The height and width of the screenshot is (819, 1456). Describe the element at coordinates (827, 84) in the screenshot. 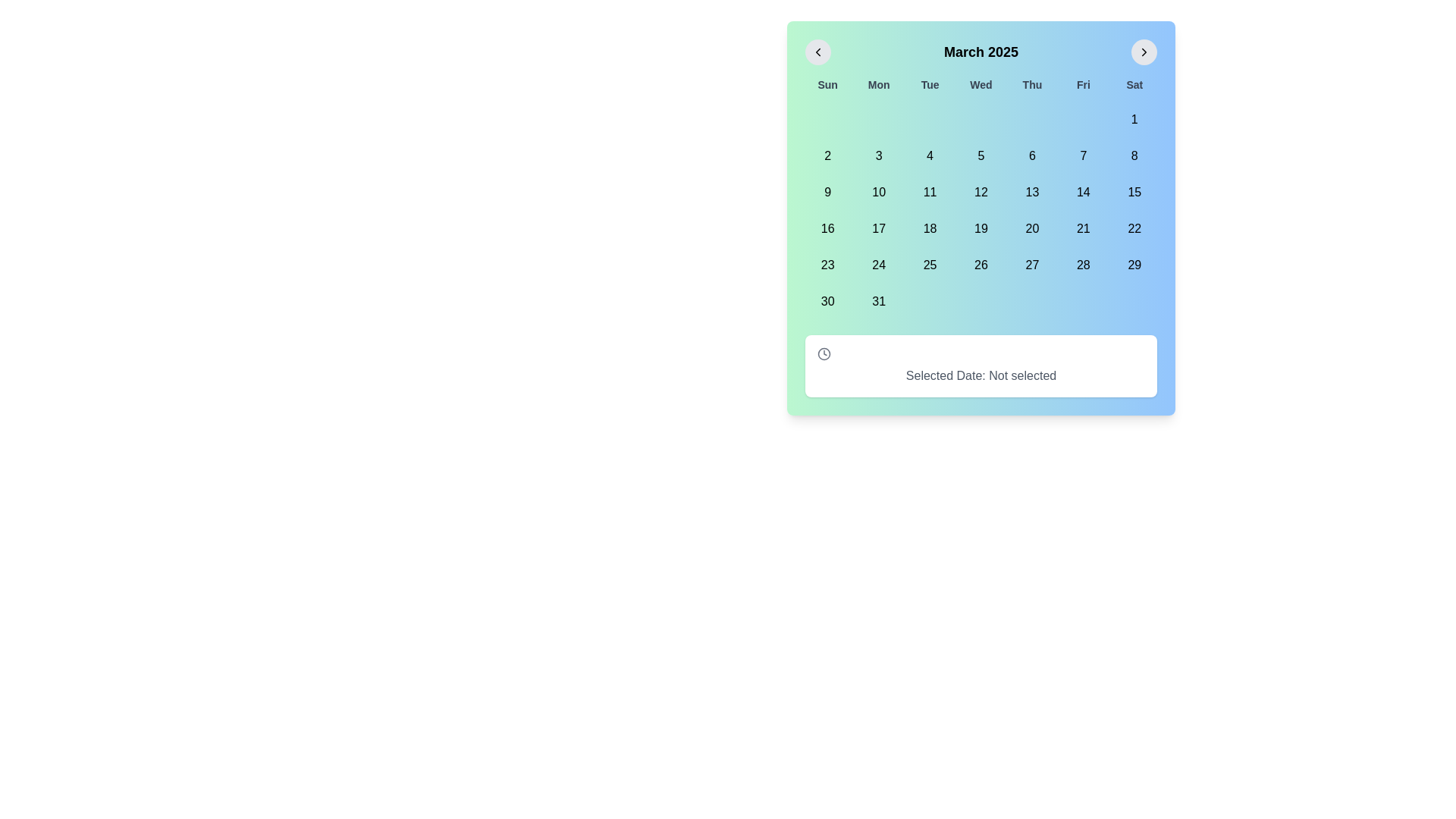

I see `the text label displaying 'Sun', which is the first label in a row of days of the week, styled in bold and dark gray` at that location.